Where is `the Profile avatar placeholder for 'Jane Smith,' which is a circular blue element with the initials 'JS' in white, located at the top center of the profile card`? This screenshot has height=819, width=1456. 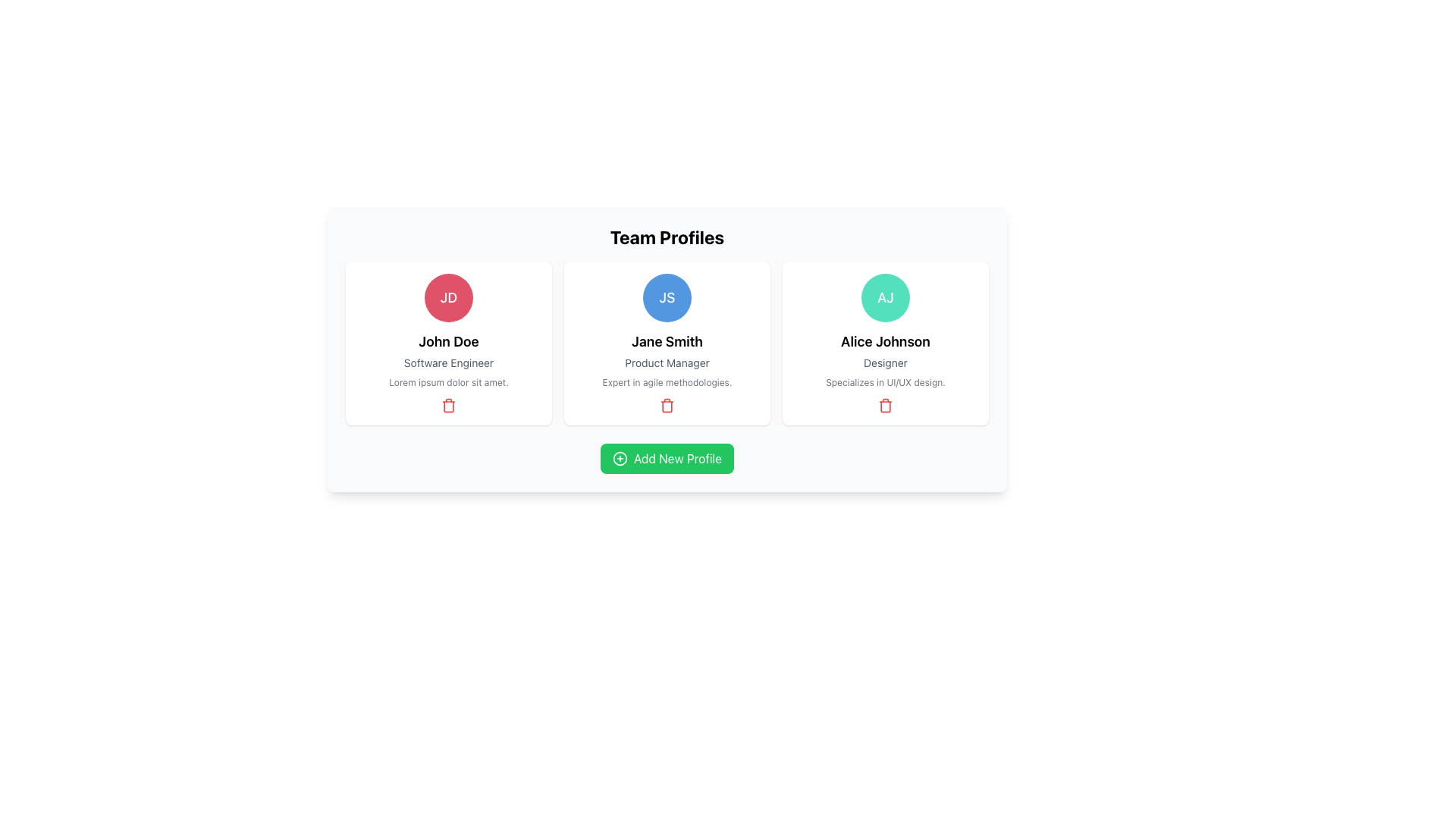
the Profile avatar placeholder for 'Jane Smith,' which is a circular blue element with the initials 'JS' in white, located at the top center of the profile card is located at coordinates (667, 298).